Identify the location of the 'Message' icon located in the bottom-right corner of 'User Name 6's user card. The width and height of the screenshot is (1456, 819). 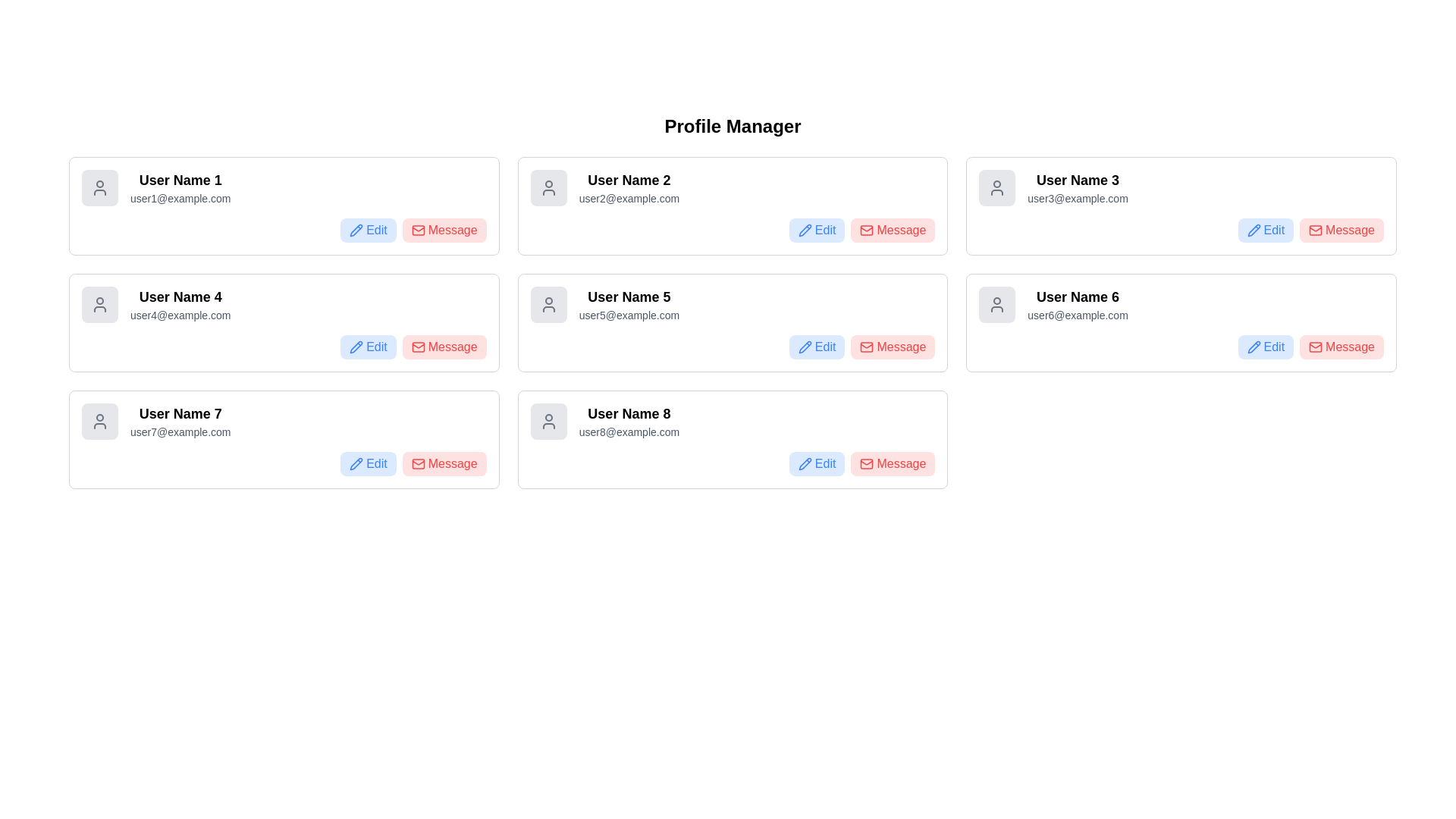
(1315, 347).